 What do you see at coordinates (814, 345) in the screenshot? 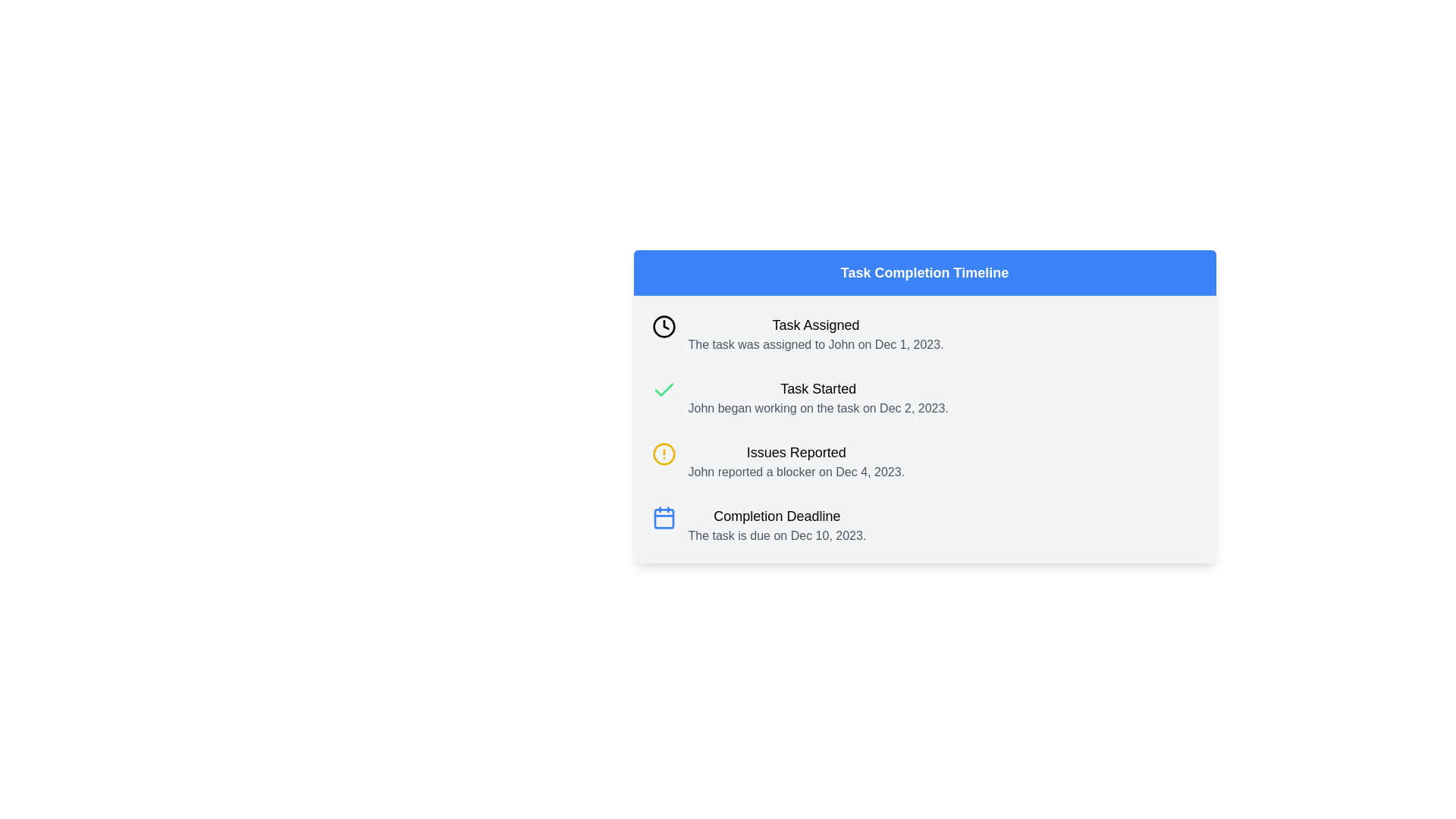
I see `the text element that reads 'The task was assigned to John on Dec 1, 2023.', which is styled in gray and located below the 'Task Assigned' heading` at bounding box center [814, 345].